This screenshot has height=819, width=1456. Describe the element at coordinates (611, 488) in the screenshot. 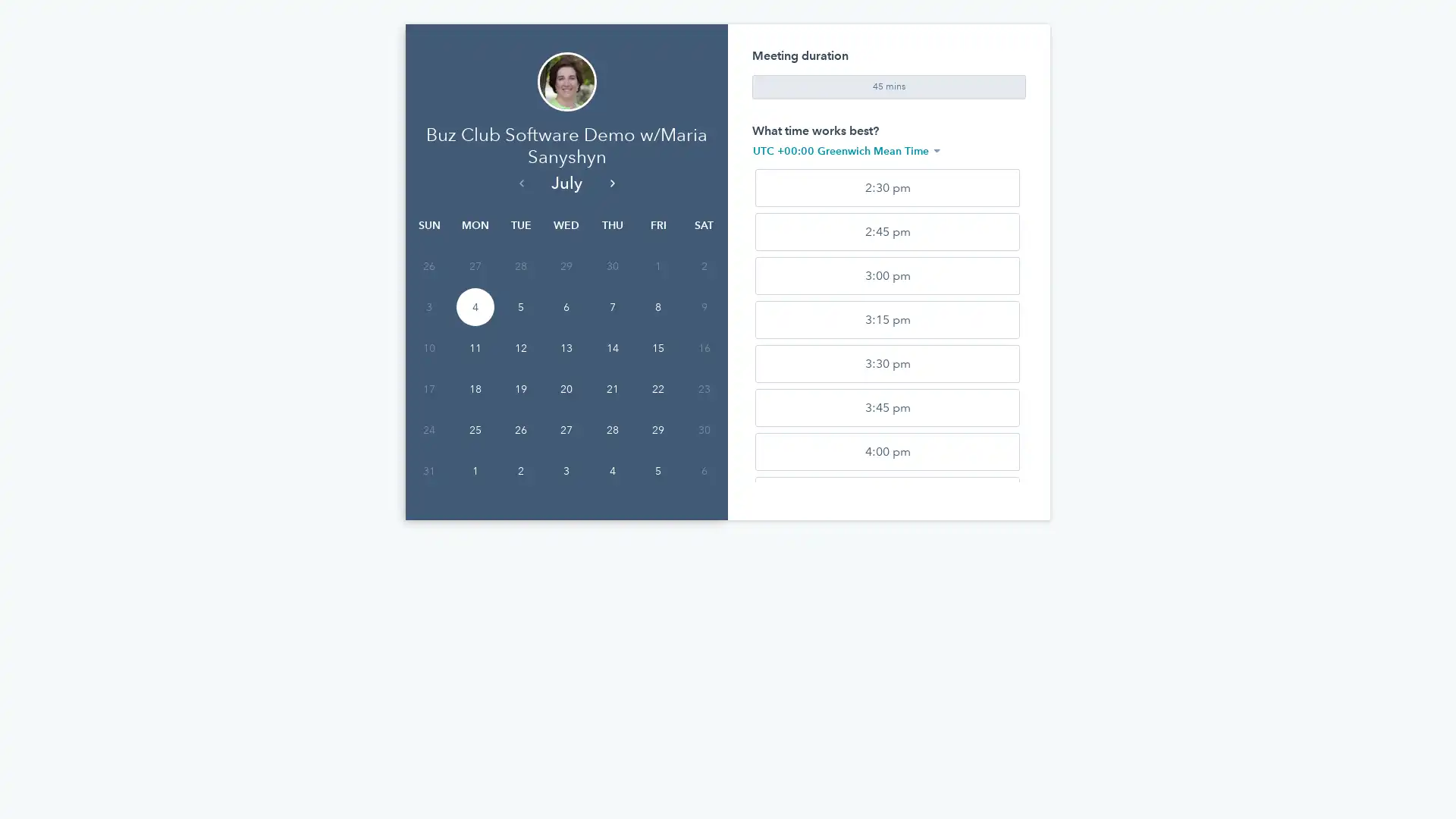

I see `July 28th` at that location.